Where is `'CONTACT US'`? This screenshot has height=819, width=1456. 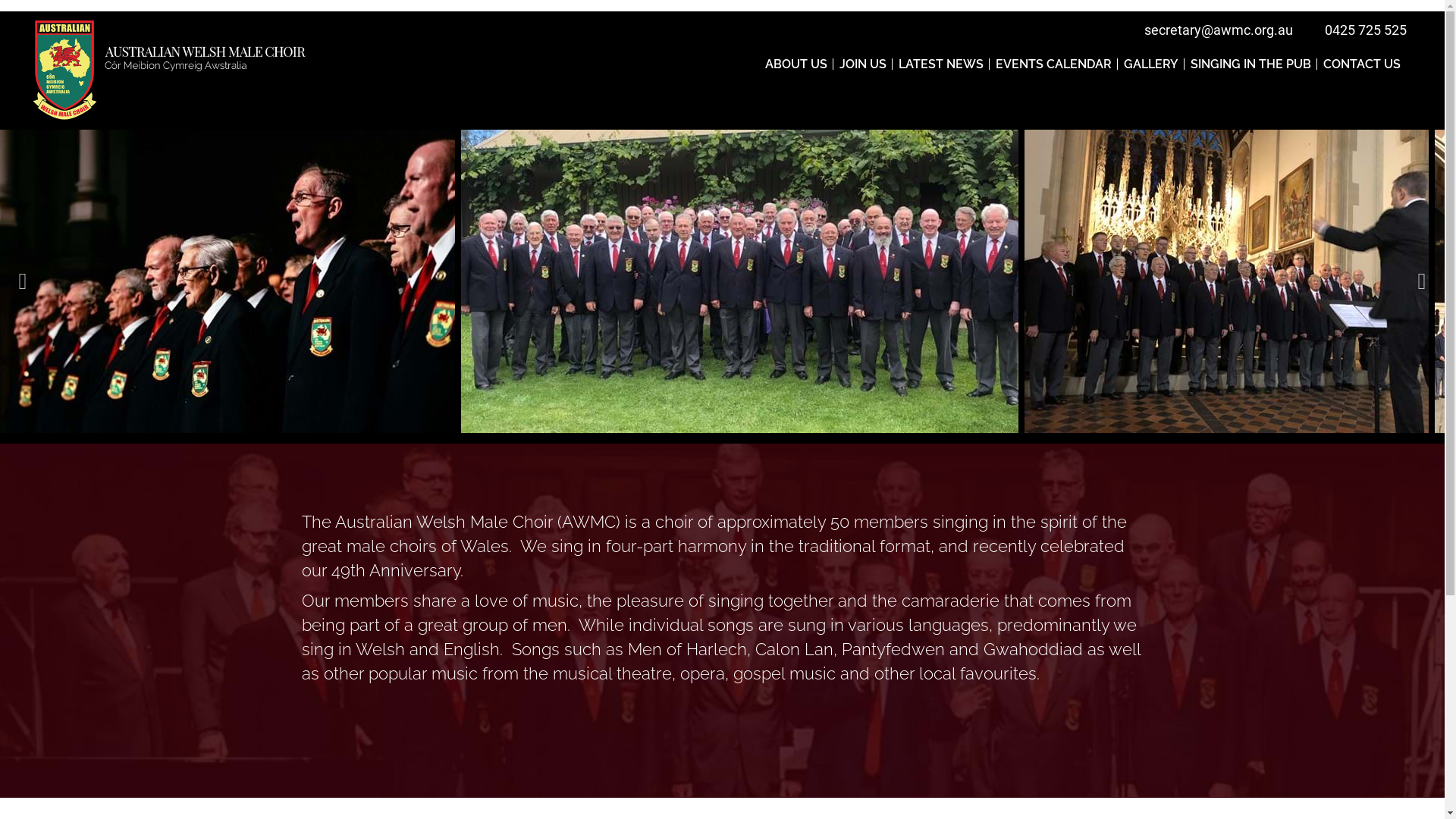 'CONTACT US' is located at coordinates (1361, 63).